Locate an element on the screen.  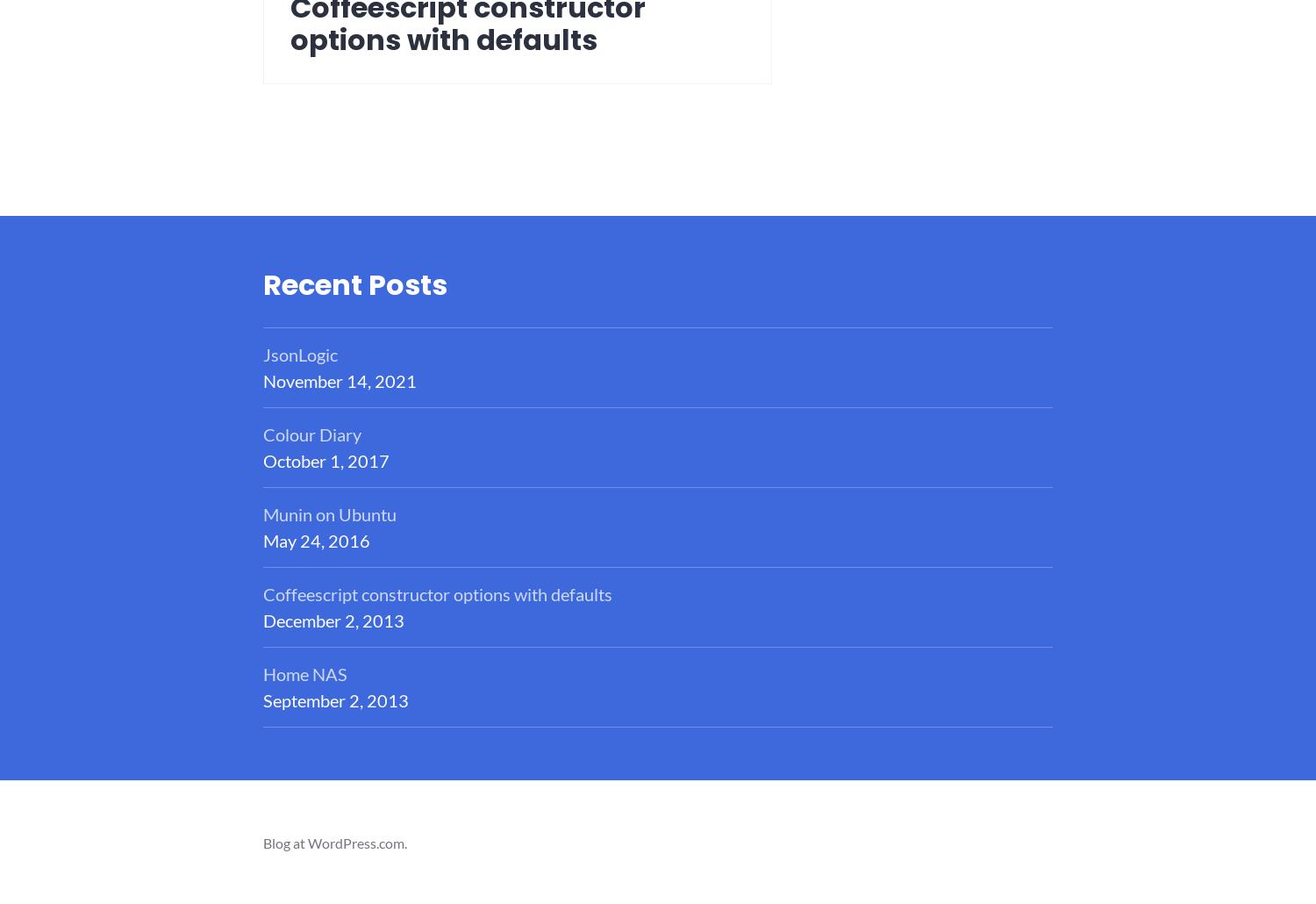
'December 2, 2013' is located at coordinates (333, 620).